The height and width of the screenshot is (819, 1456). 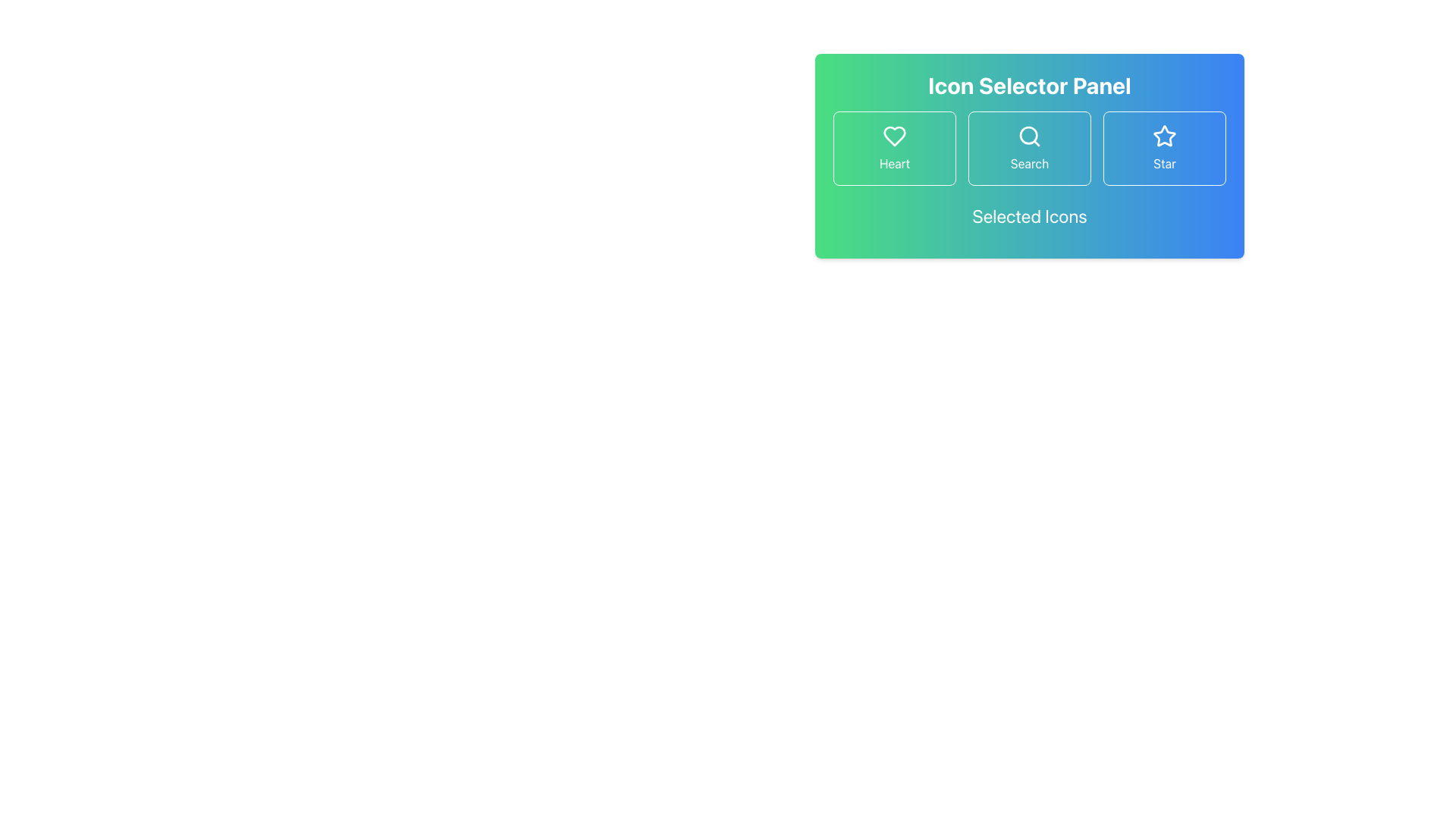 I want to click on the Heart graphic icon located in the first button of the Icon Selector Panel, so click(x=895, y=136).